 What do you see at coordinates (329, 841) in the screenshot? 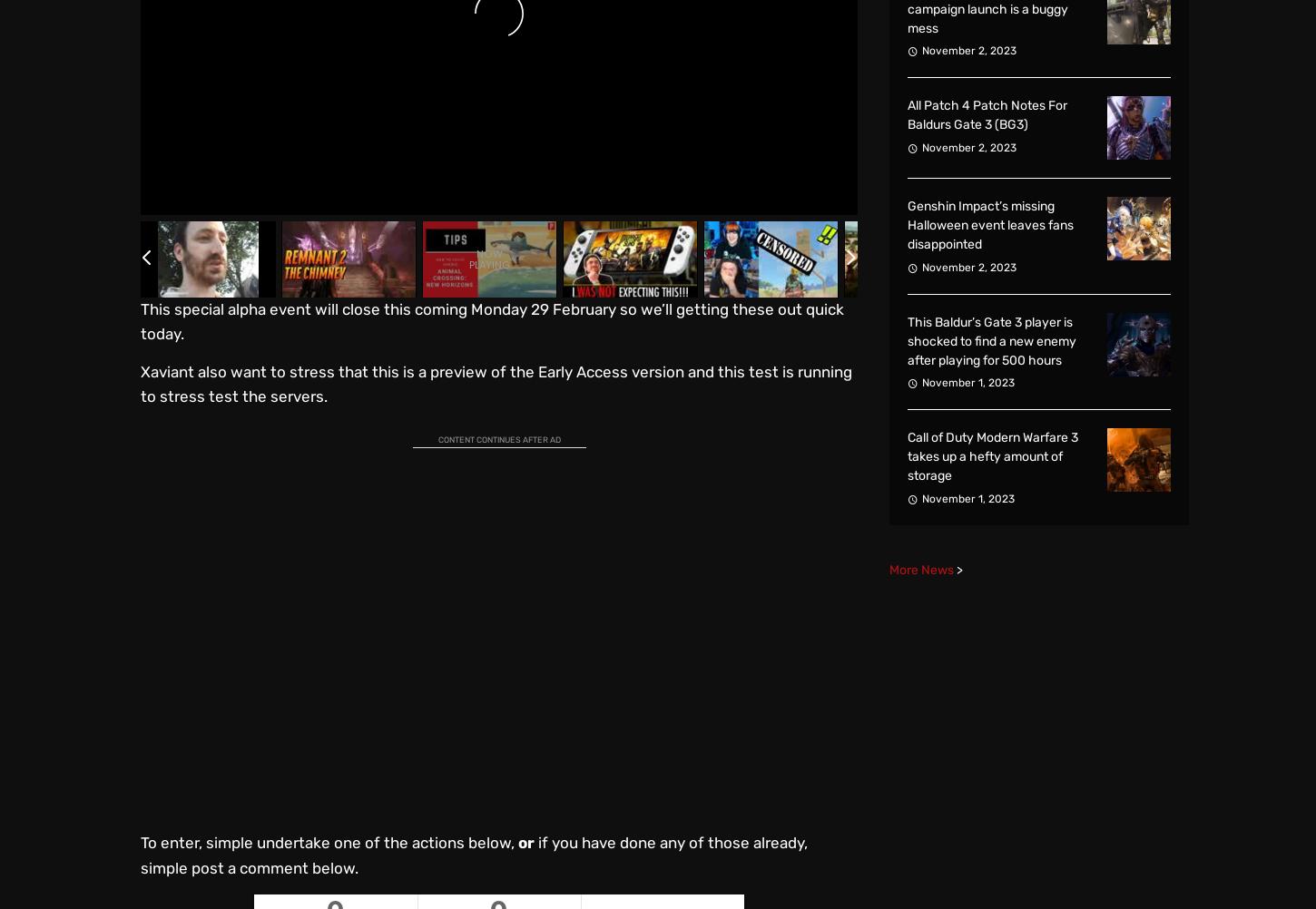
I see `'To enter, simple undertake one of the actions below,'` at bounding box center [329, 841].